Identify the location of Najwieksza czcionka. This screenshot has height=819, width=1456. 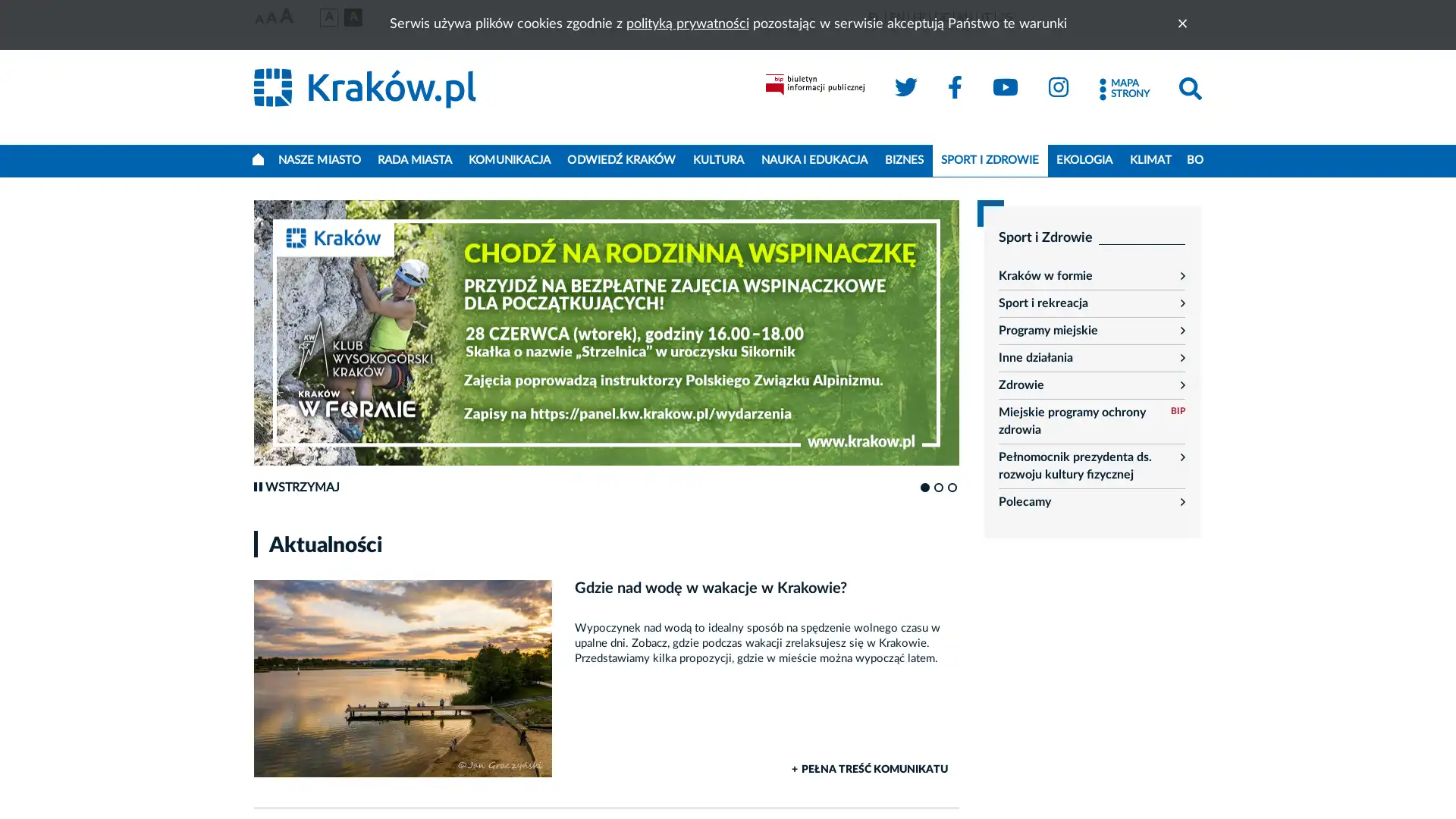
(286, 17).